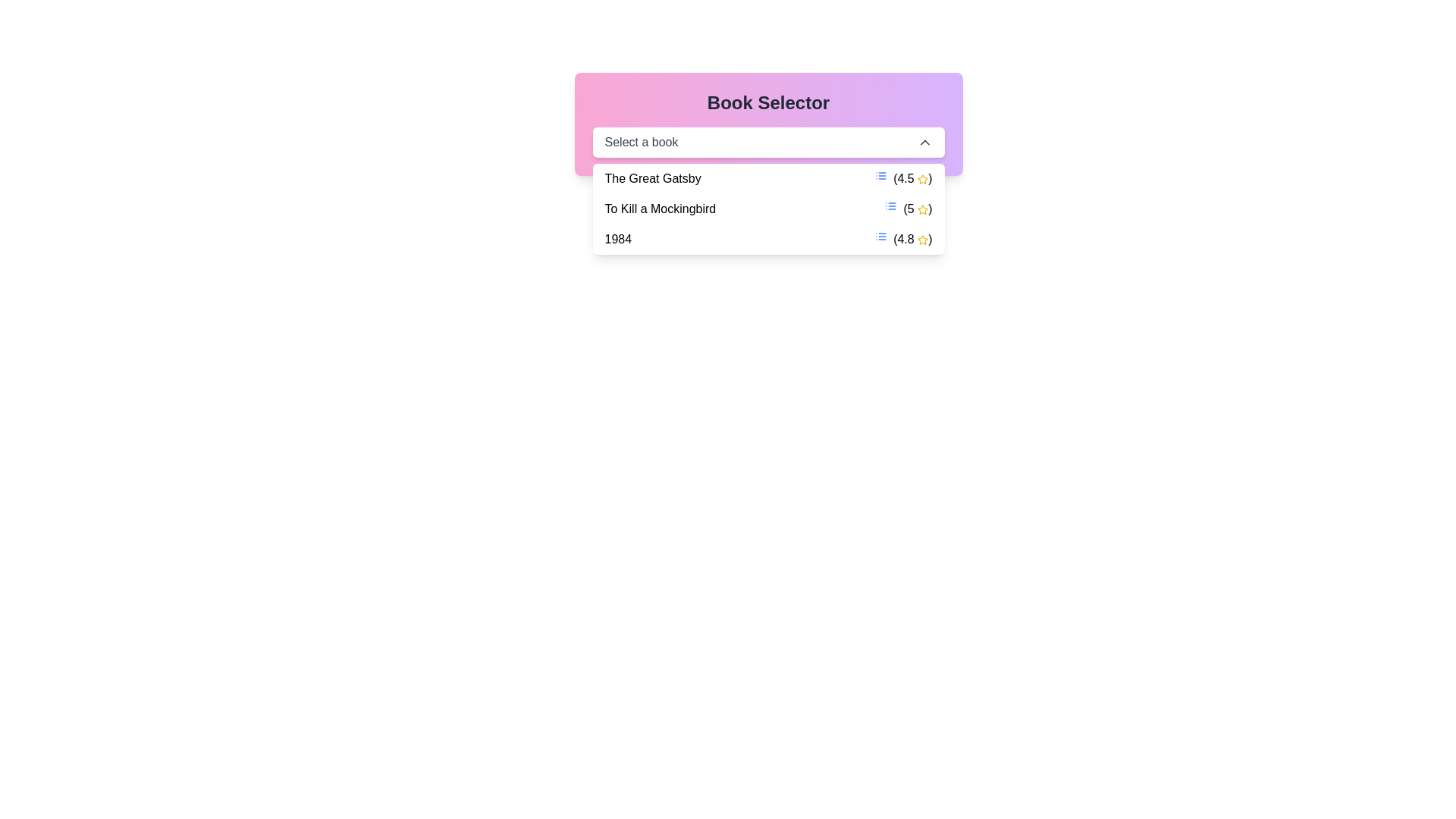 Image resolution: width=1456 pixels, height=819 pixels. What do you see at coordinates (768, 239) in the screenshot?
I see `the third item in the dropdown menu that allows the user to select '1984' under 'Select a book'` at bounding box center [768, 239].